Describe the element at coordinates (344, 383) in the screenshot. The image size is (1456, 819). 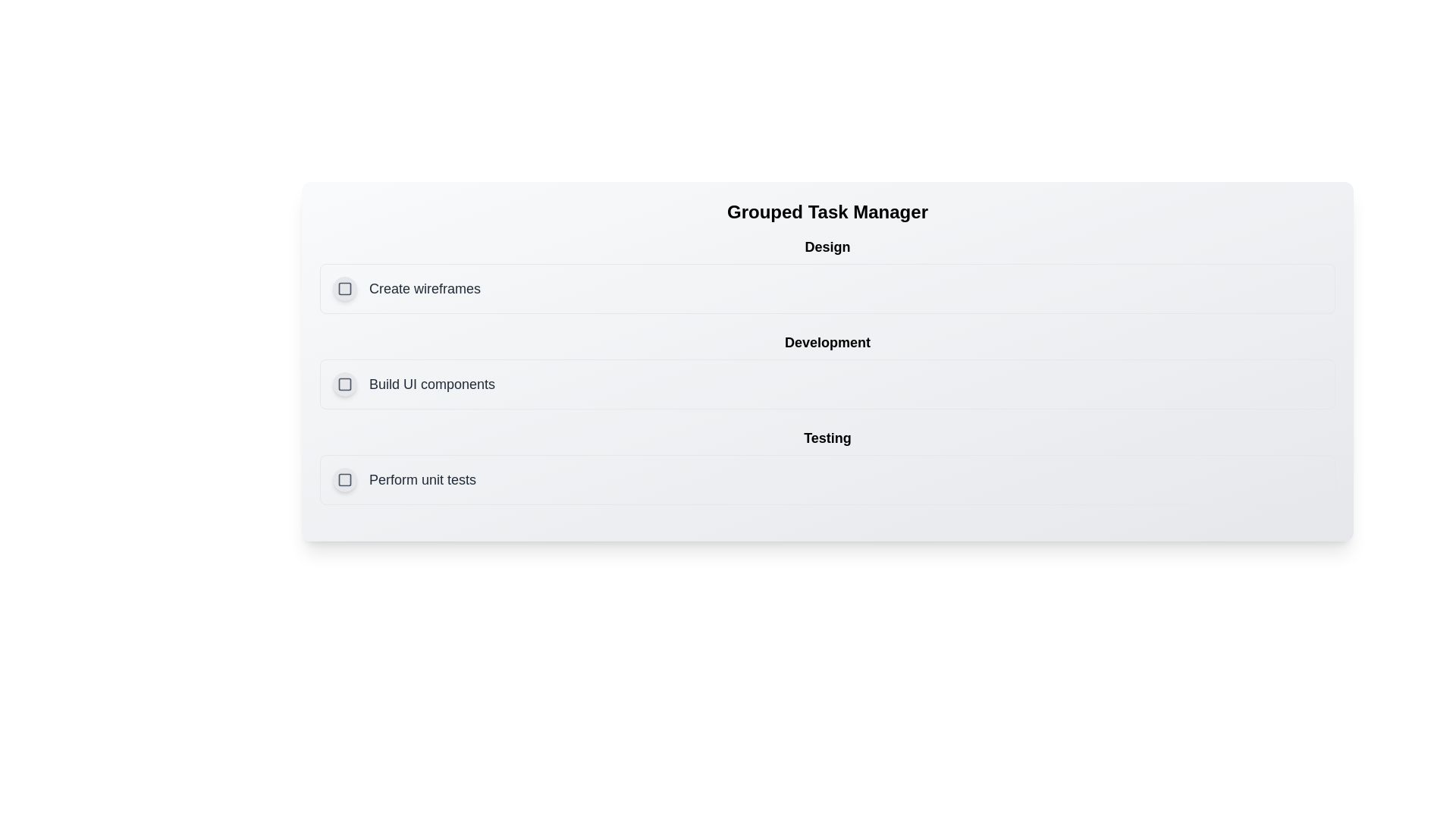
I see `the second checkbox in the vertical list of tasks for 'Build UI components'` at that location.